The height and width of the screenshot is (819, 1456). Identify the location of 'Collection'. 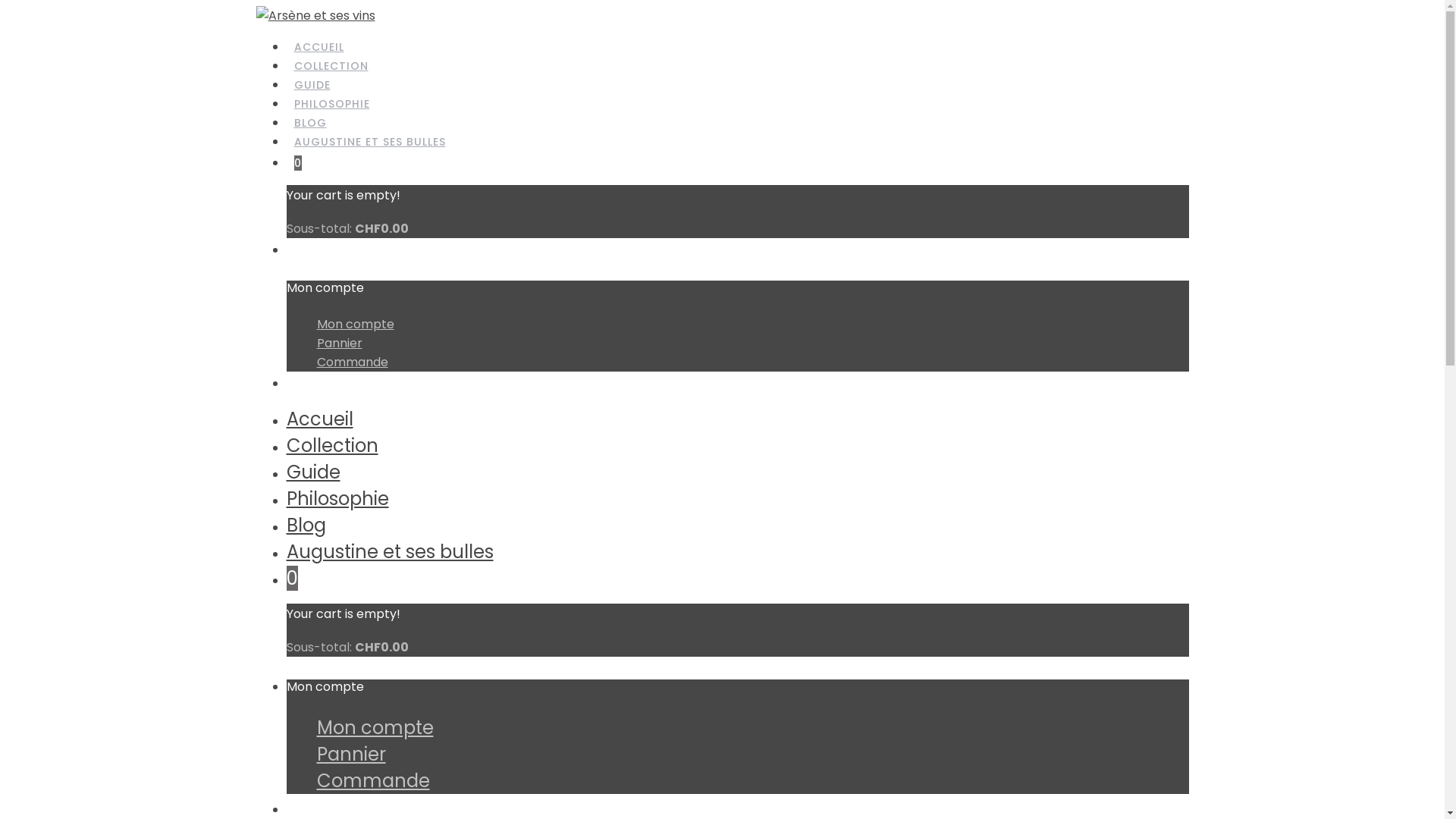
(287, 444).